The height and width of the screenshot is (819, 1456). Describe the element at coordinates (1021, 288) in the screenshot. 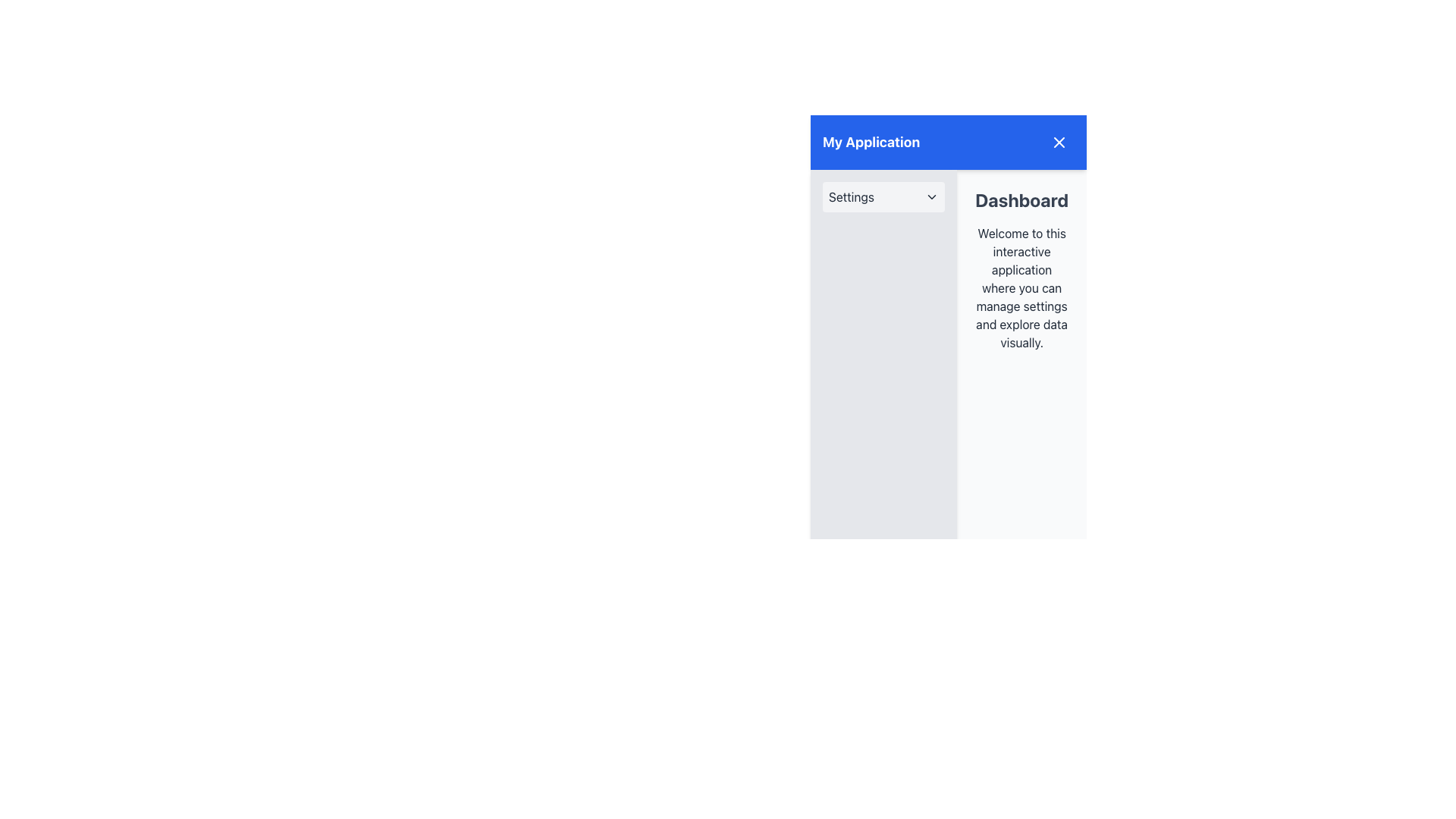

I see `the text block styled in gray, located directly below the 'Dashboard' heading in the central-right section of the UI` at that location.